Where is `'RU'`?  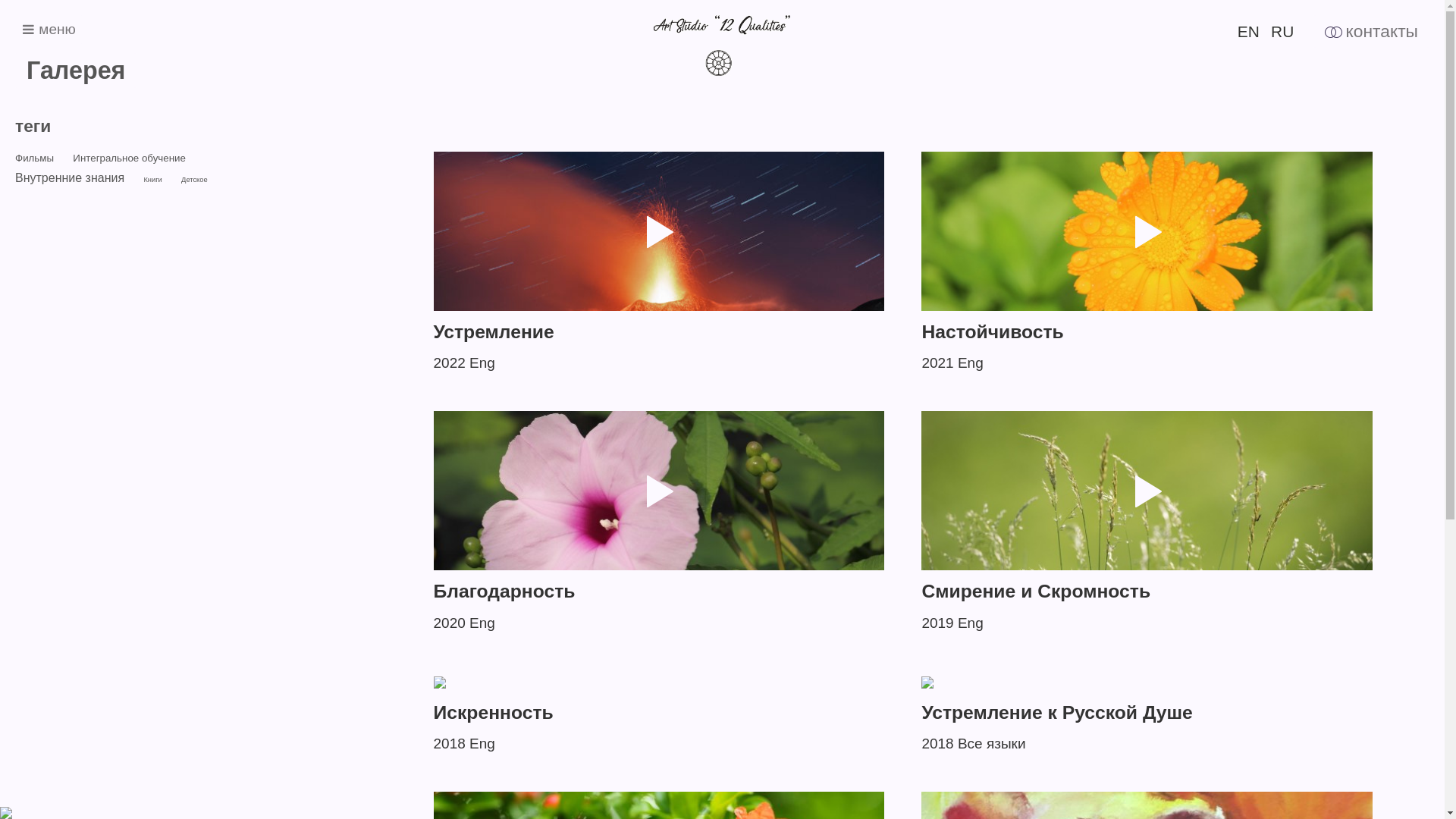 'RU' is located at coordinates (1281, 31).